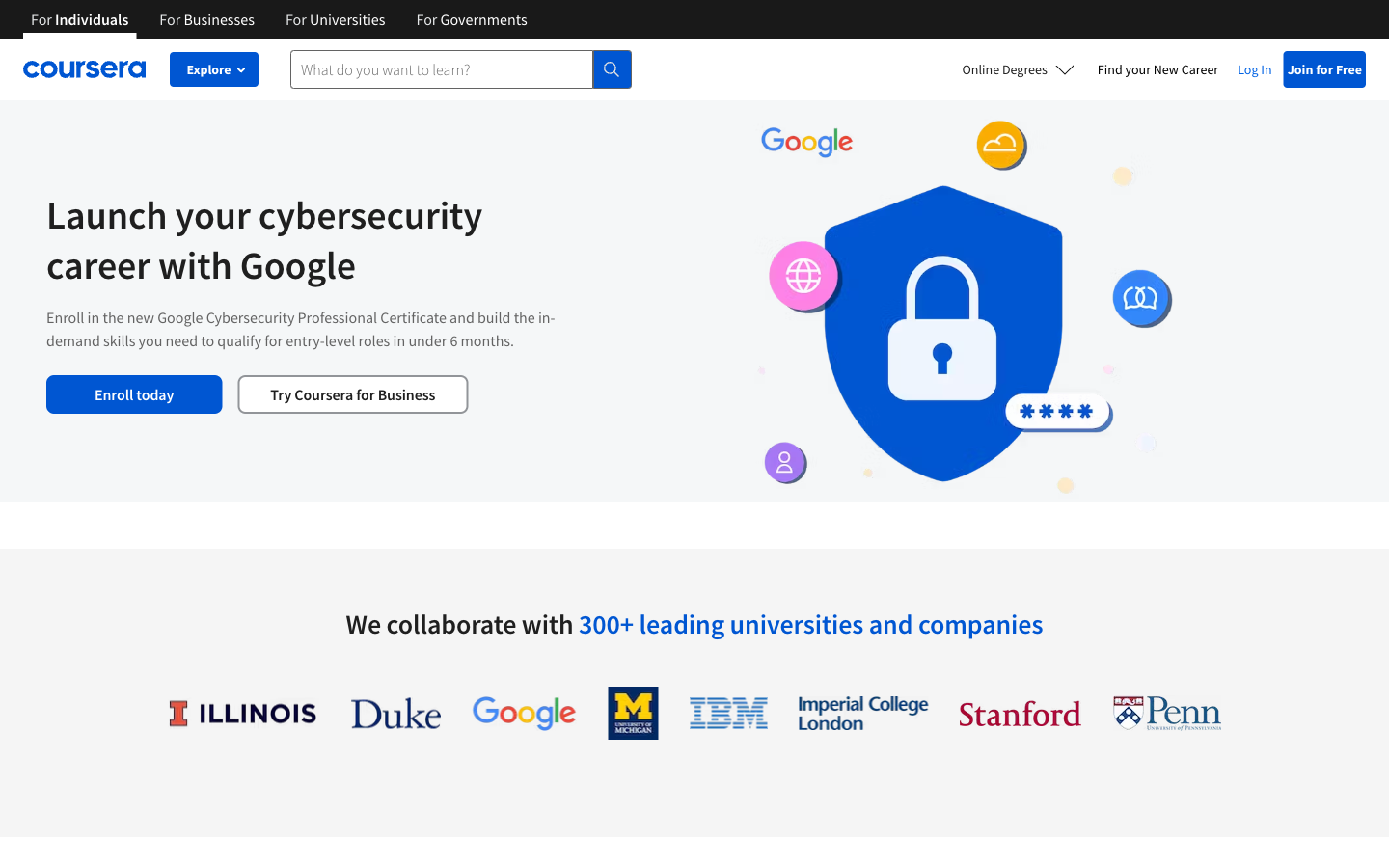  I want to click on the Government section on Coursera, so click(471, 17).